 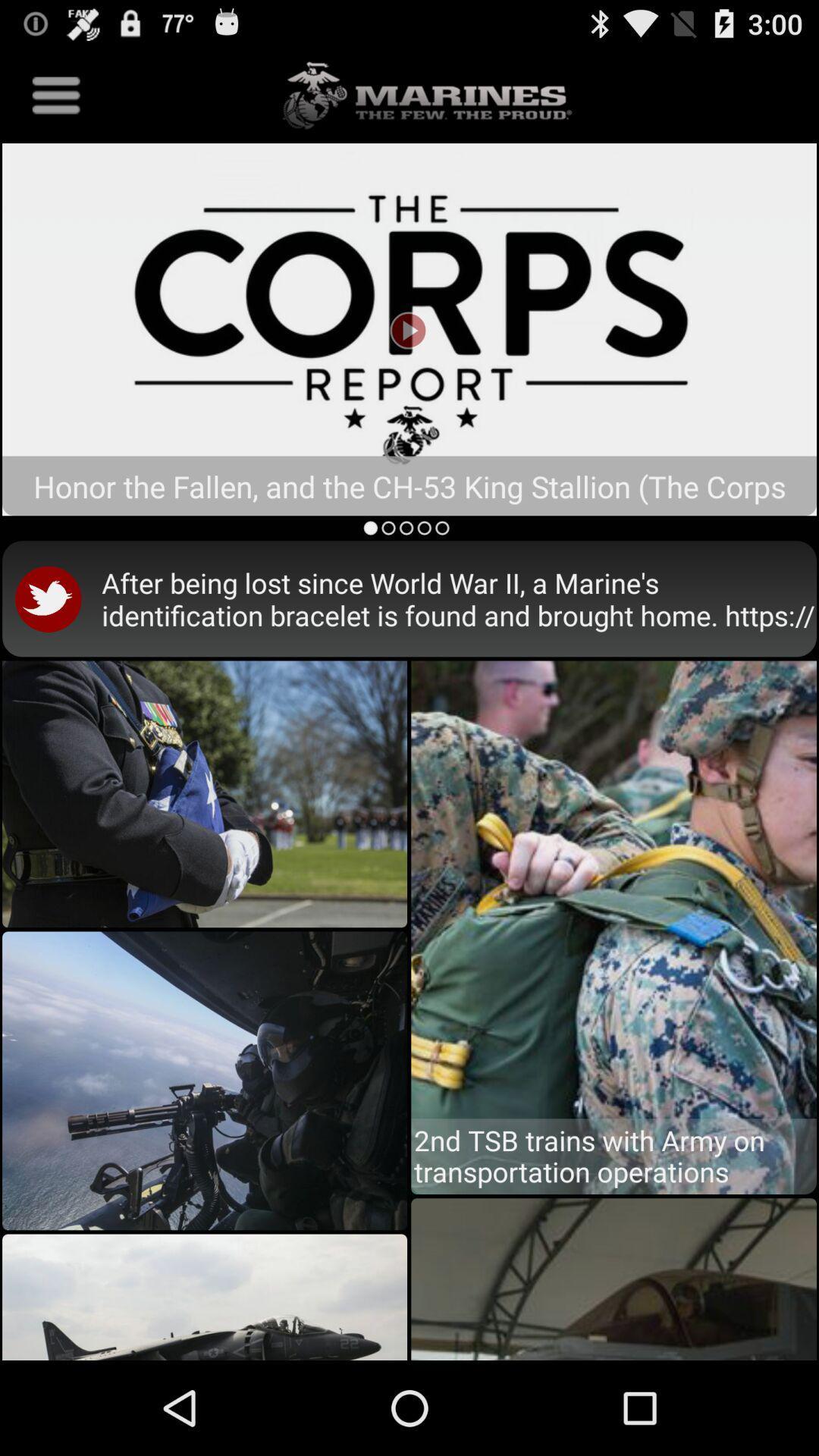 I want to click on the crops report, so click(x=409, y=328).